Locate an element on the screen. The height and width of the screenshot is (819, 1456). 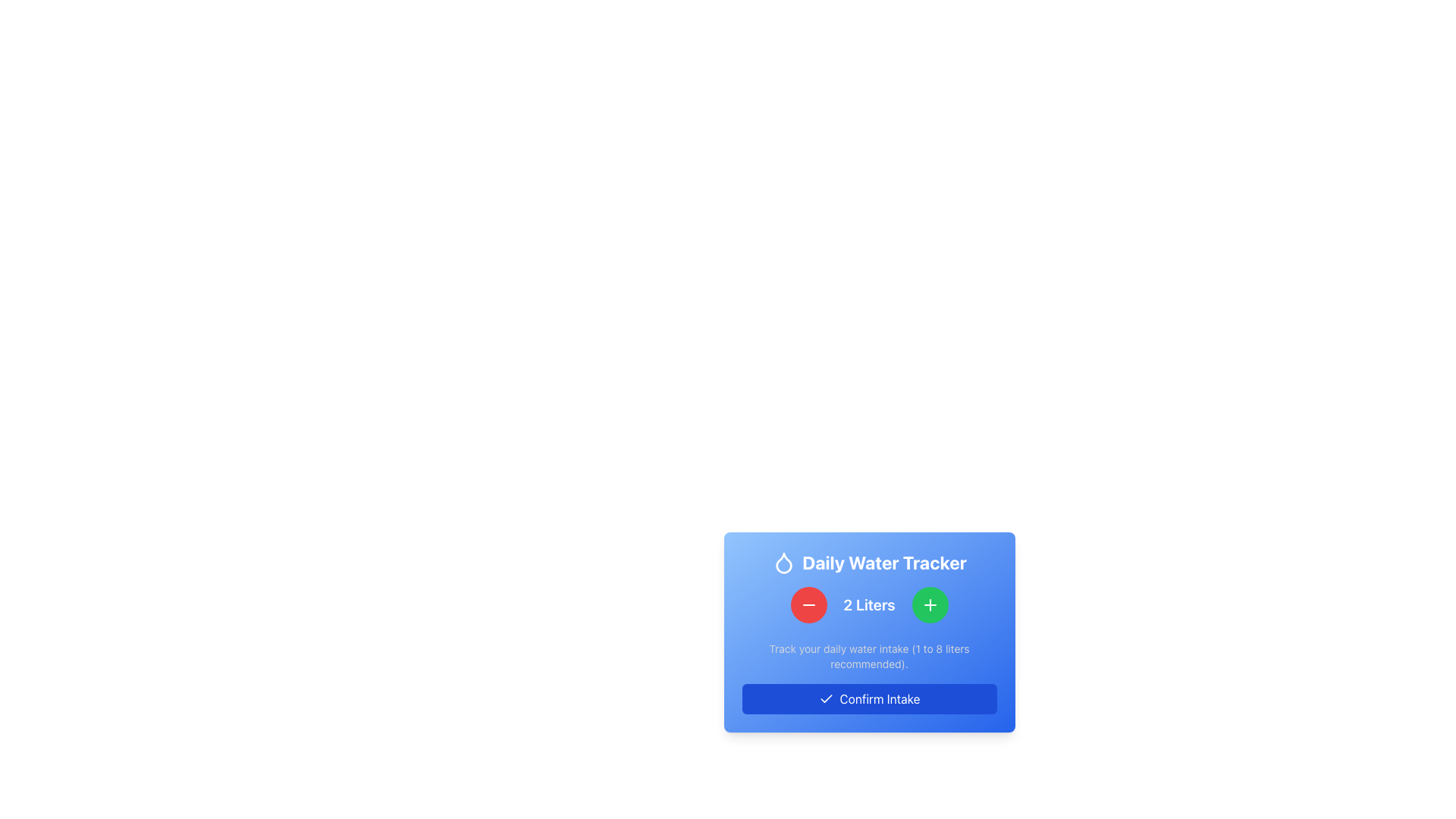
the increment water intake button on the 'Daily Water Tracker' interface, located within the green button to the right of the '2 Liters' text is located at coordinates (929, 604).